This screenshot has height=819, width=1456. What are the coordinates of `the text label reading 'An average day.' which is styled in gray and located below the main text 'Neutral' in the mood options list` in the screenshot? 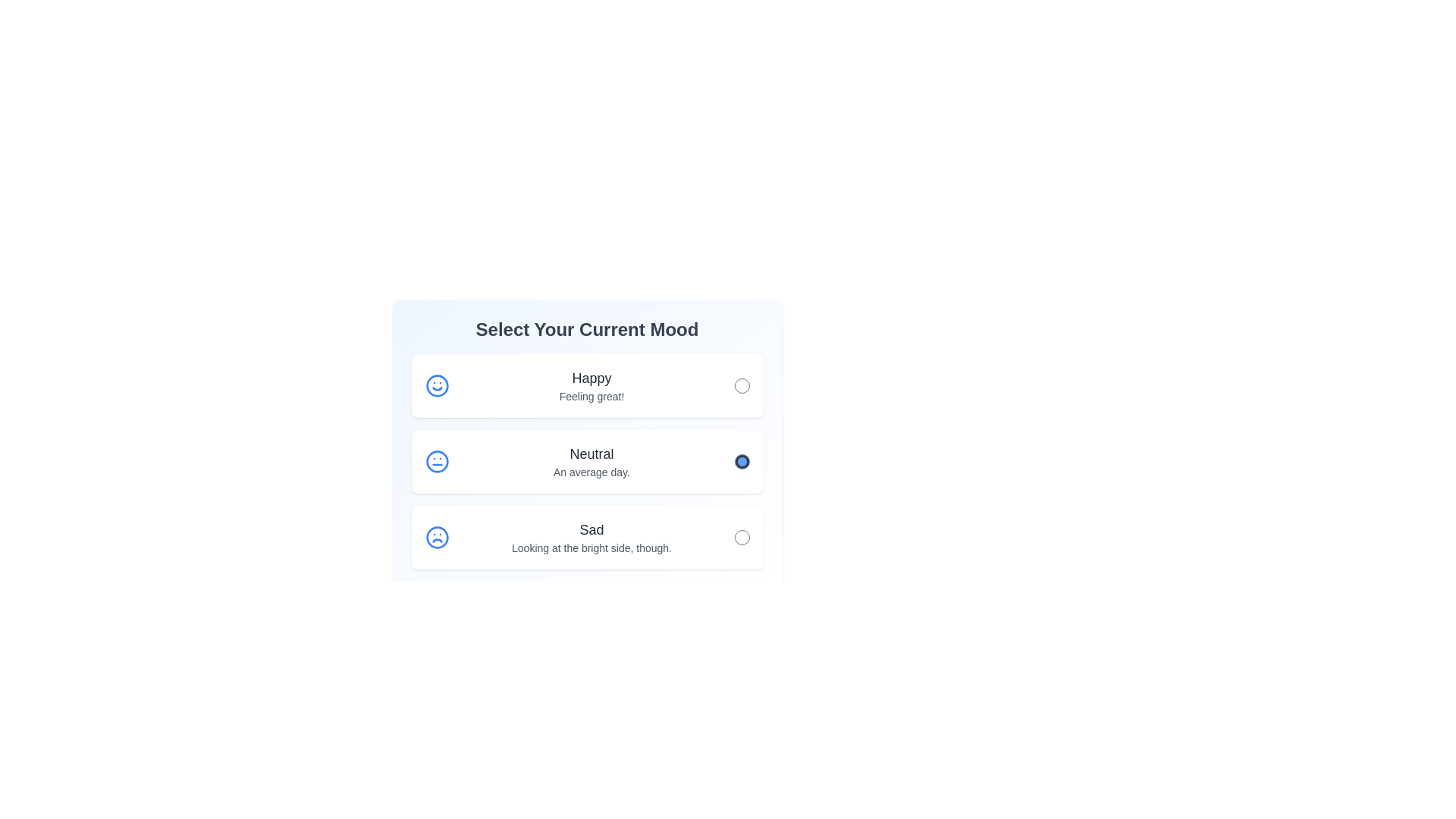 It's located at (591, 472).